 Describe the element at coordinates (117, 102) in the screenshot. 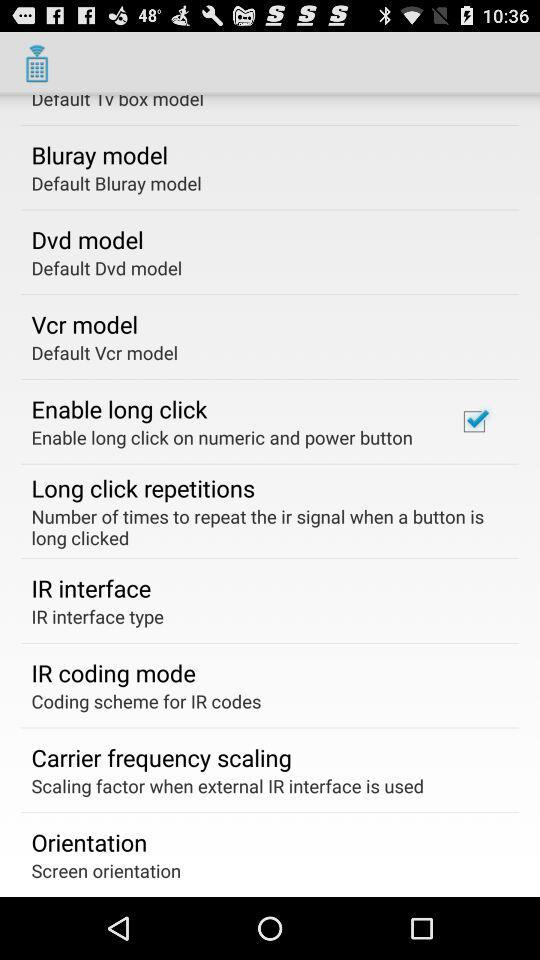

I see `default tv box item` at that location.